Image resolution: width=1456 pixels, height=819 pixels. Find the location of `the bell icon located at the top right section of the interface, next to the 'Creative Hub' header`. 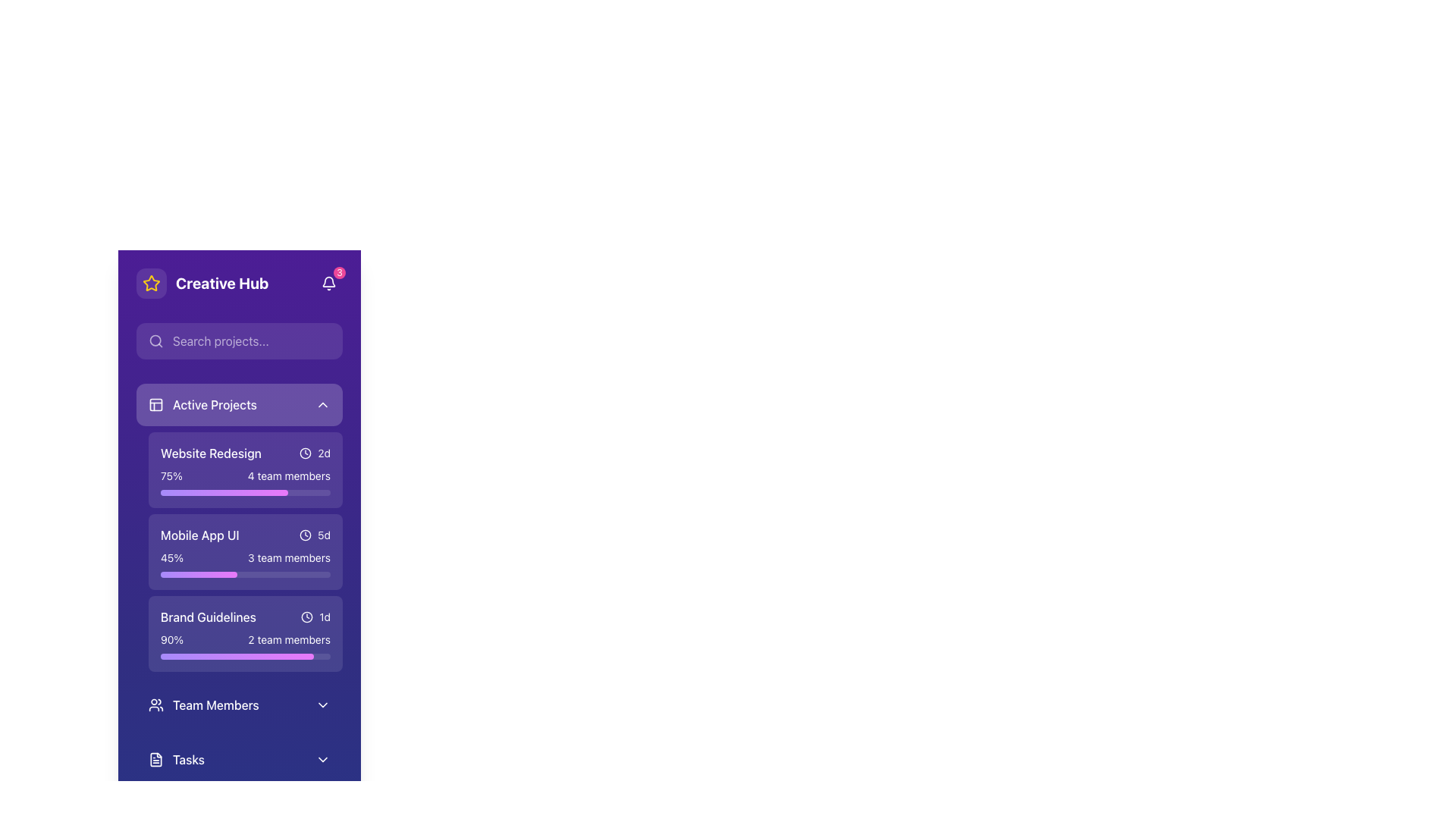

the bell icon located at the top right section of the interface, next to the 'Creative Hub' header is located at coordinates (328, 284).